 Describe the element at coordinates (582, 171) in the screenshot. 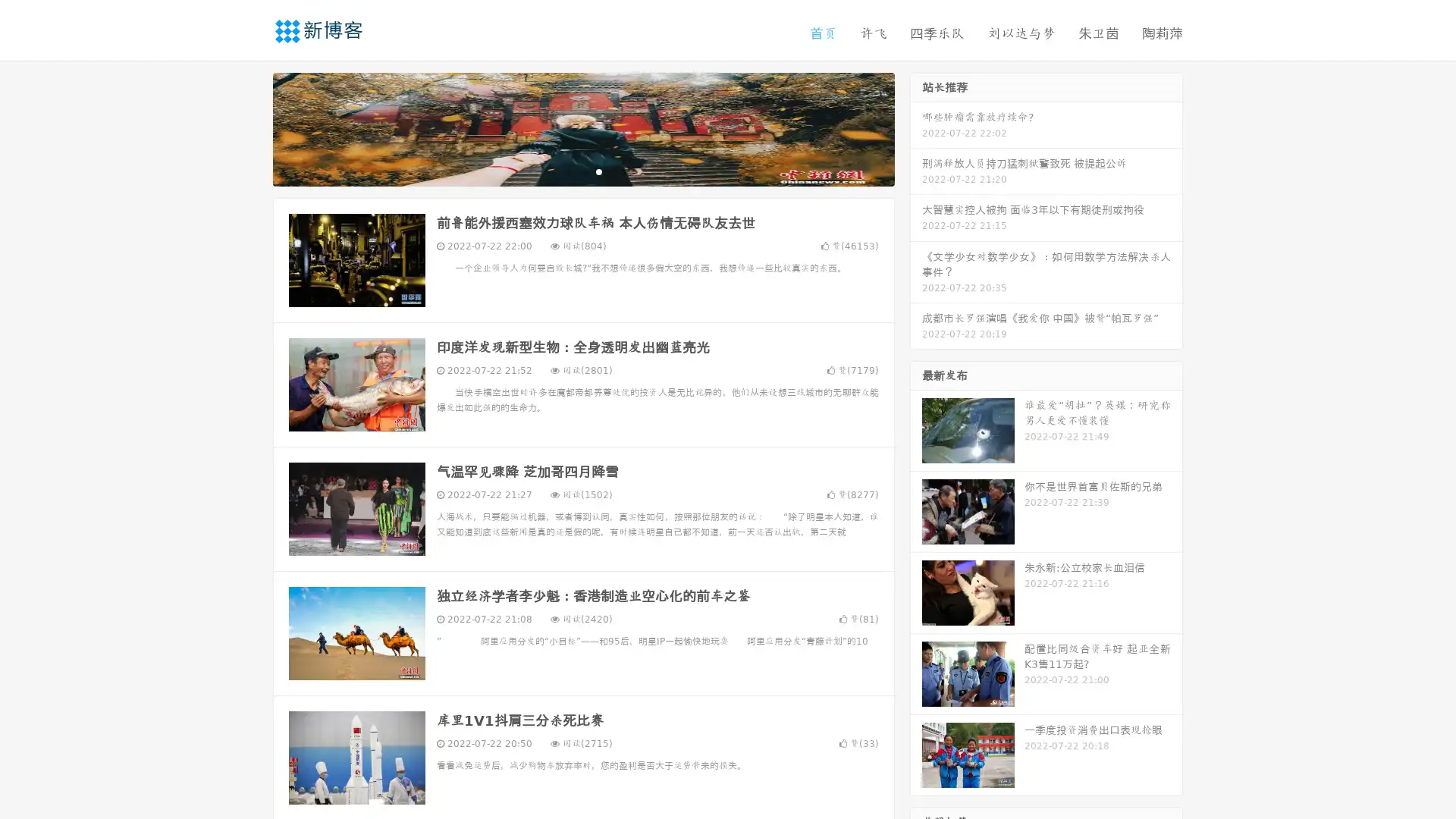

I see `Go to slide 2` at that location.